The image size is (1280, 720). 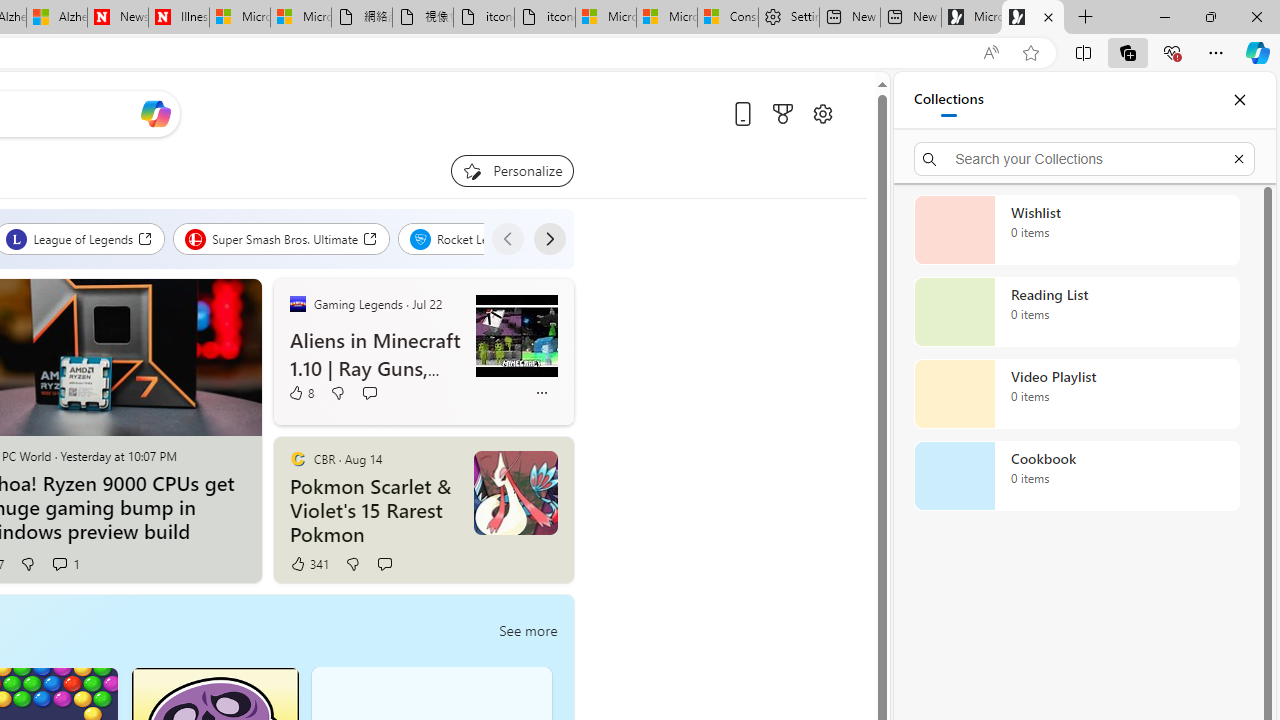 What do you see at coordinates (281, 238) in the screenshot?
I see `'Super Smash Bros. Ultimate'` at bounding box center [281, 238].